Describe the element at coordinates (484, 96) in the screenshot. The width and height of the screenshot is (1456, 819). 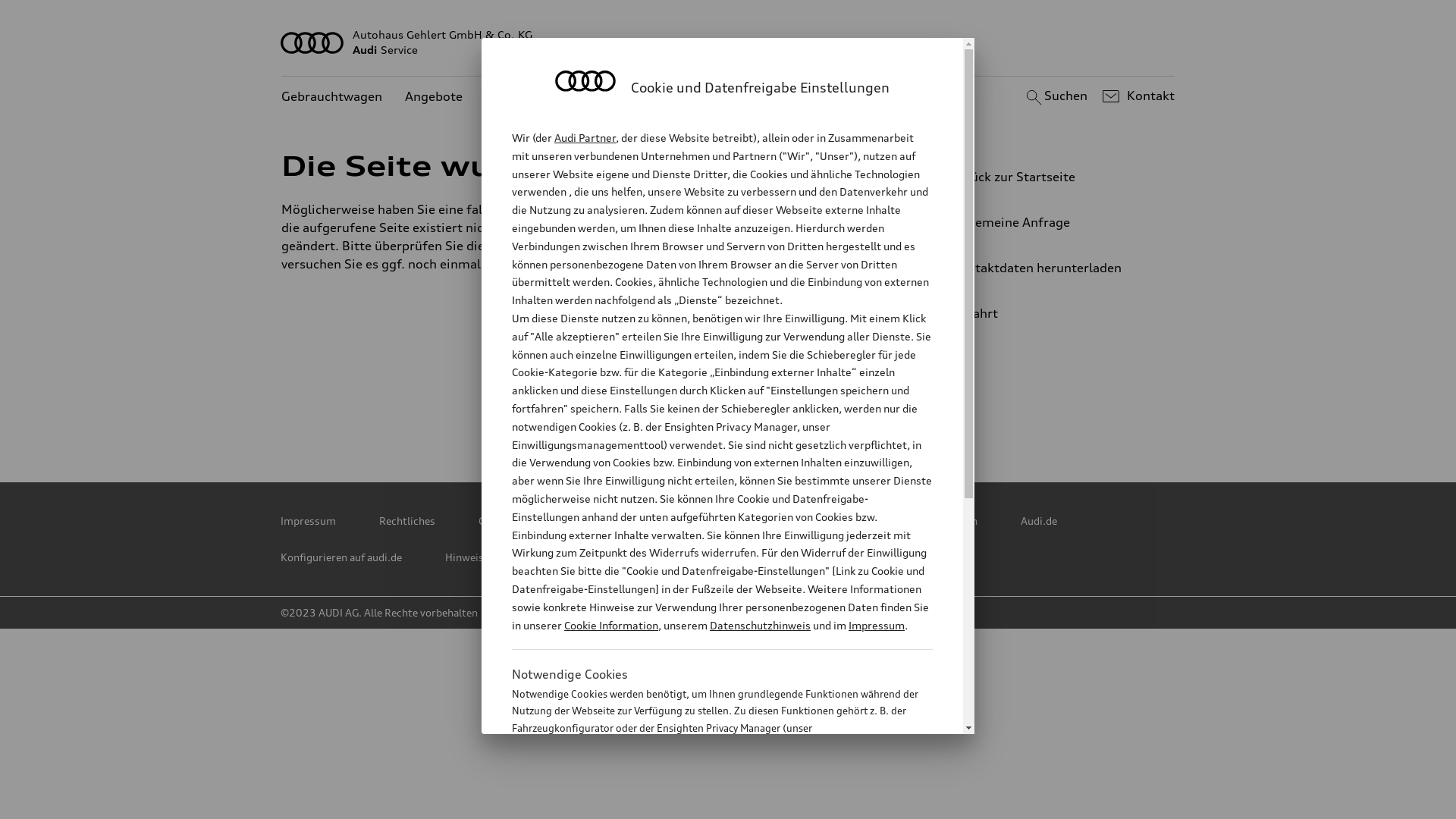
I see `'Kundenservice'` at that location.